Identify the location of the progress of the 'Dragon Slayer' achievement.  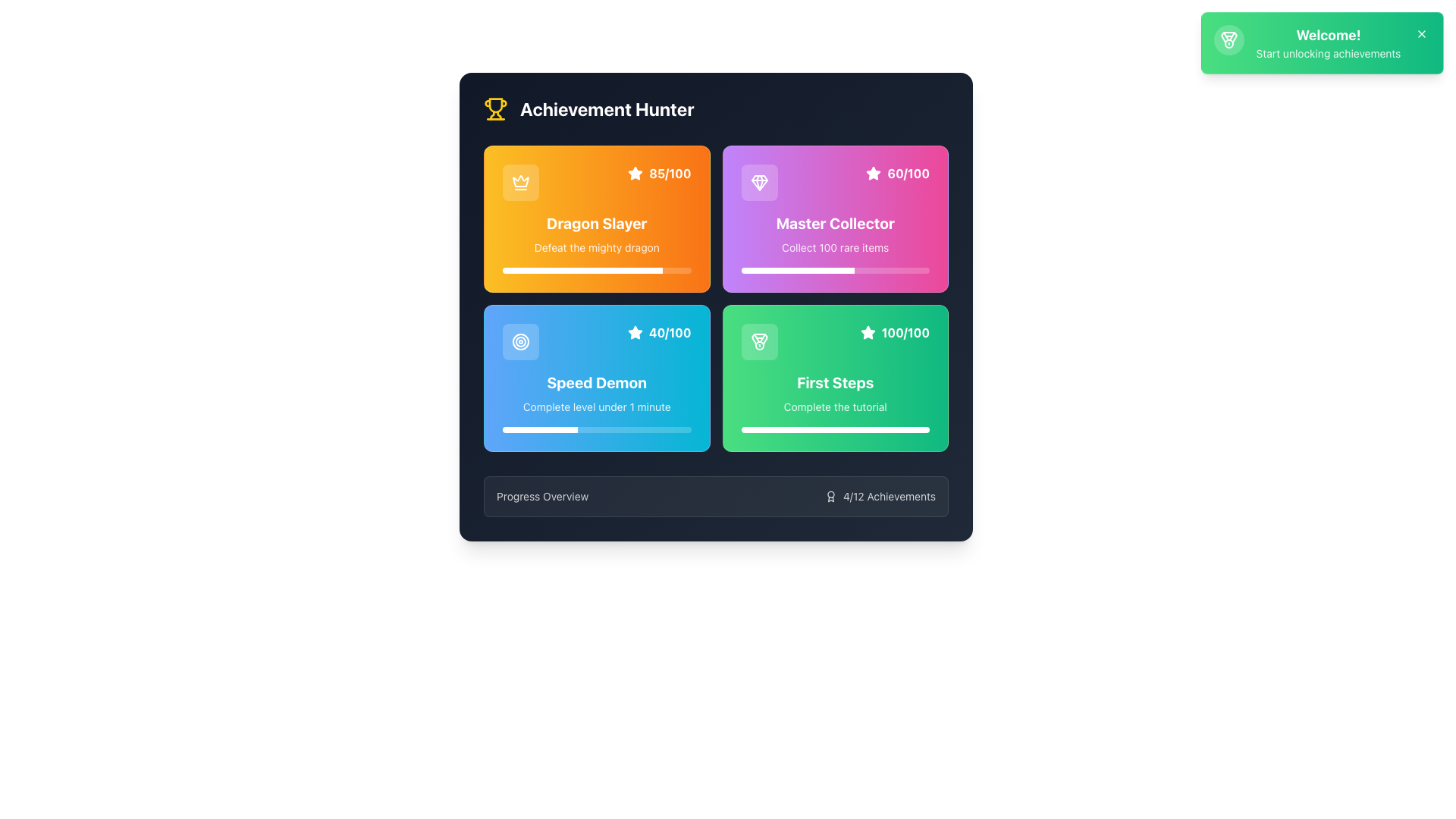
(563, 270).